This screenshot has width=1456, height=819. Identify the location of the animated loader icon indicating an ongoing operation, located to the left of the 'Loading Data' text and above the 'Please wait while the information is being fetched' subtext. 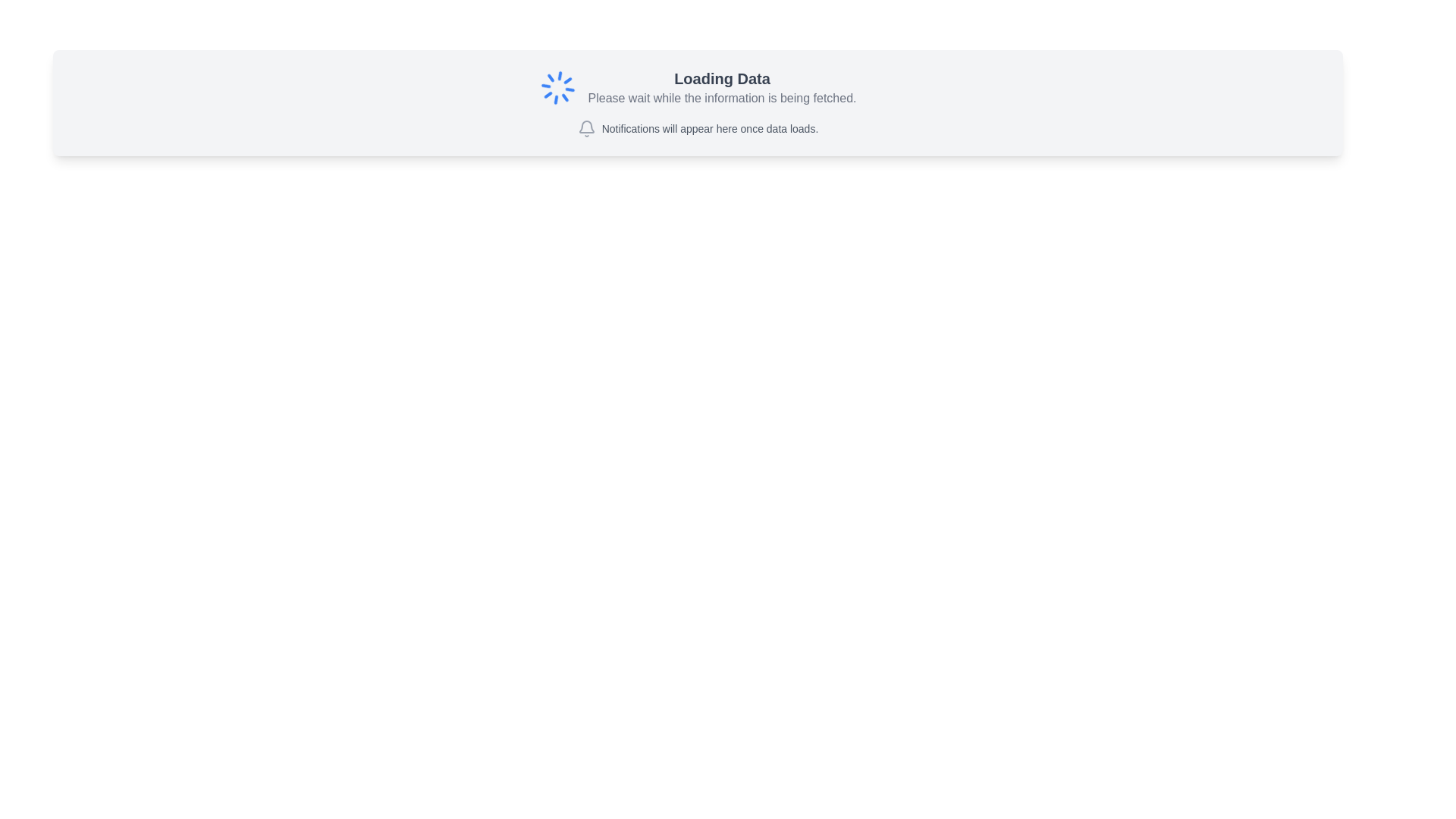
(557, 87).